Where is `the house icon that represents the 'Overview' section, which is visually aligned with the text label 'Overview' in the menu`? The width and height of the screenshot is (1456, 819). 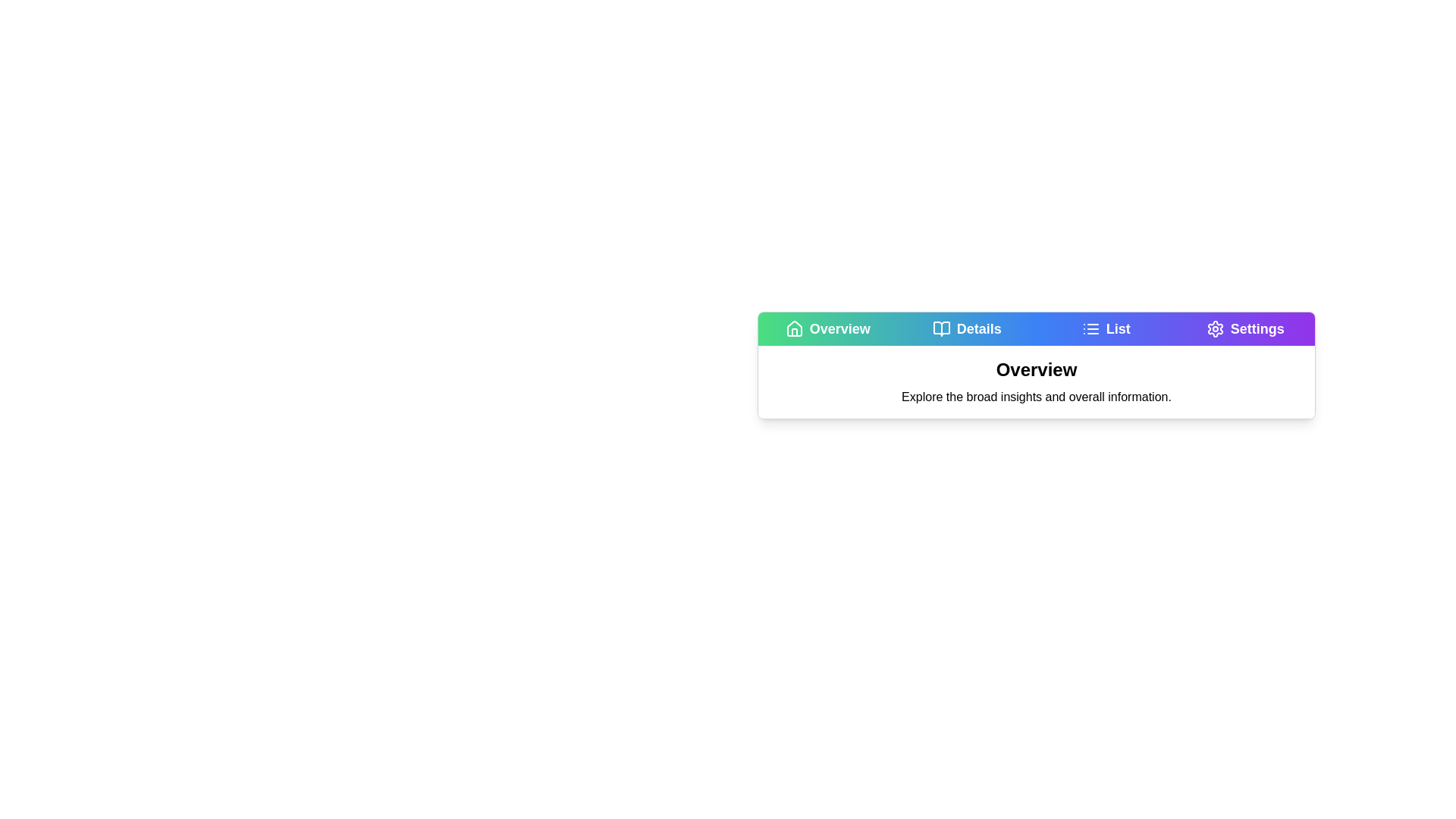 the house icon that represents the 'Overview' section, which is visually aligned with the text label 'Overview' in the menu is located at coordinates (793, 328).